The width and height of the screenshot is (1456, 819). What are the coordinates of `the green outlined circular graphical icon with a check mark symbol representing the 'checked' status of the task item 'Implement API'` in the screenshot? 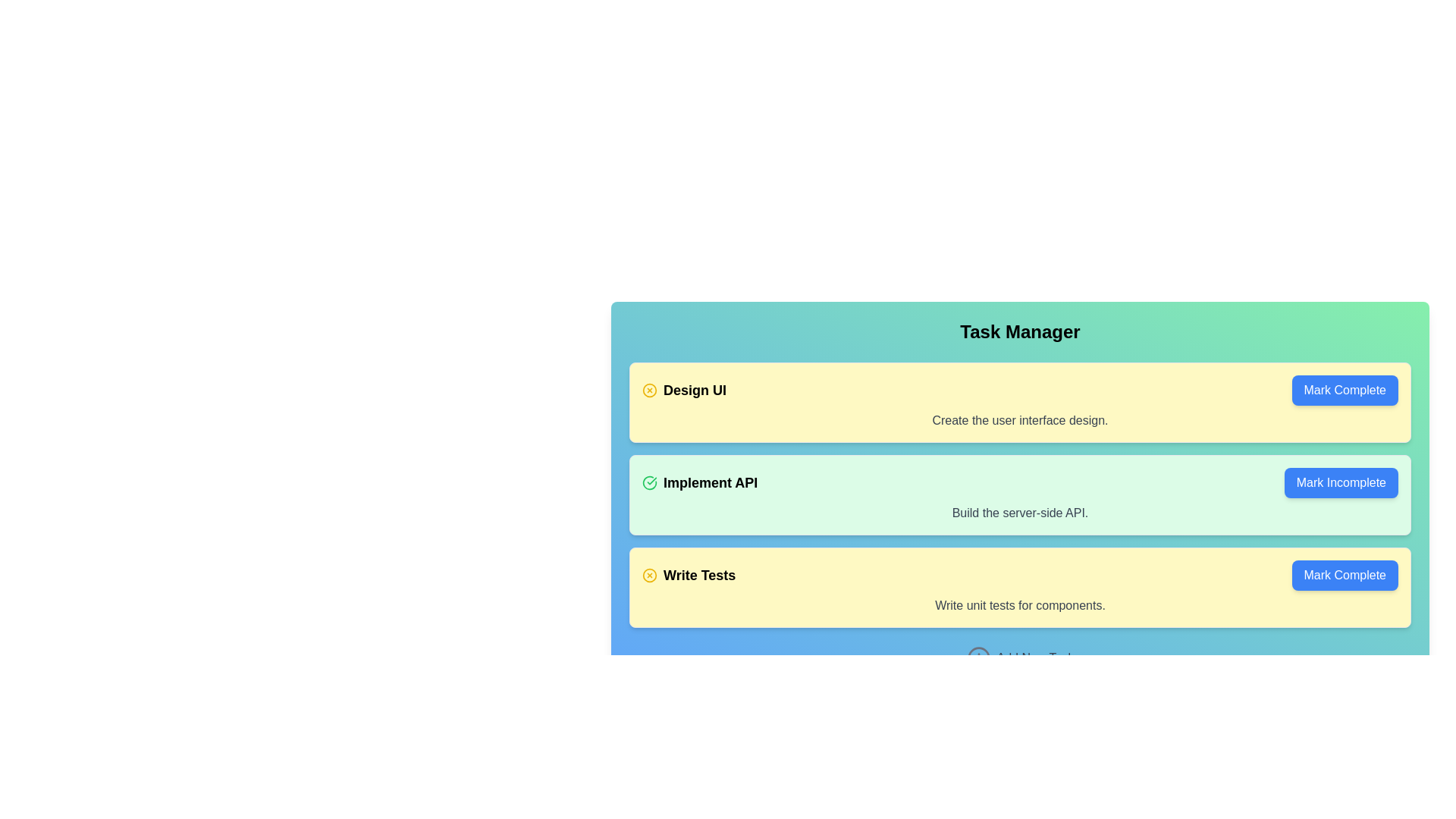 It's located at (650, 482).